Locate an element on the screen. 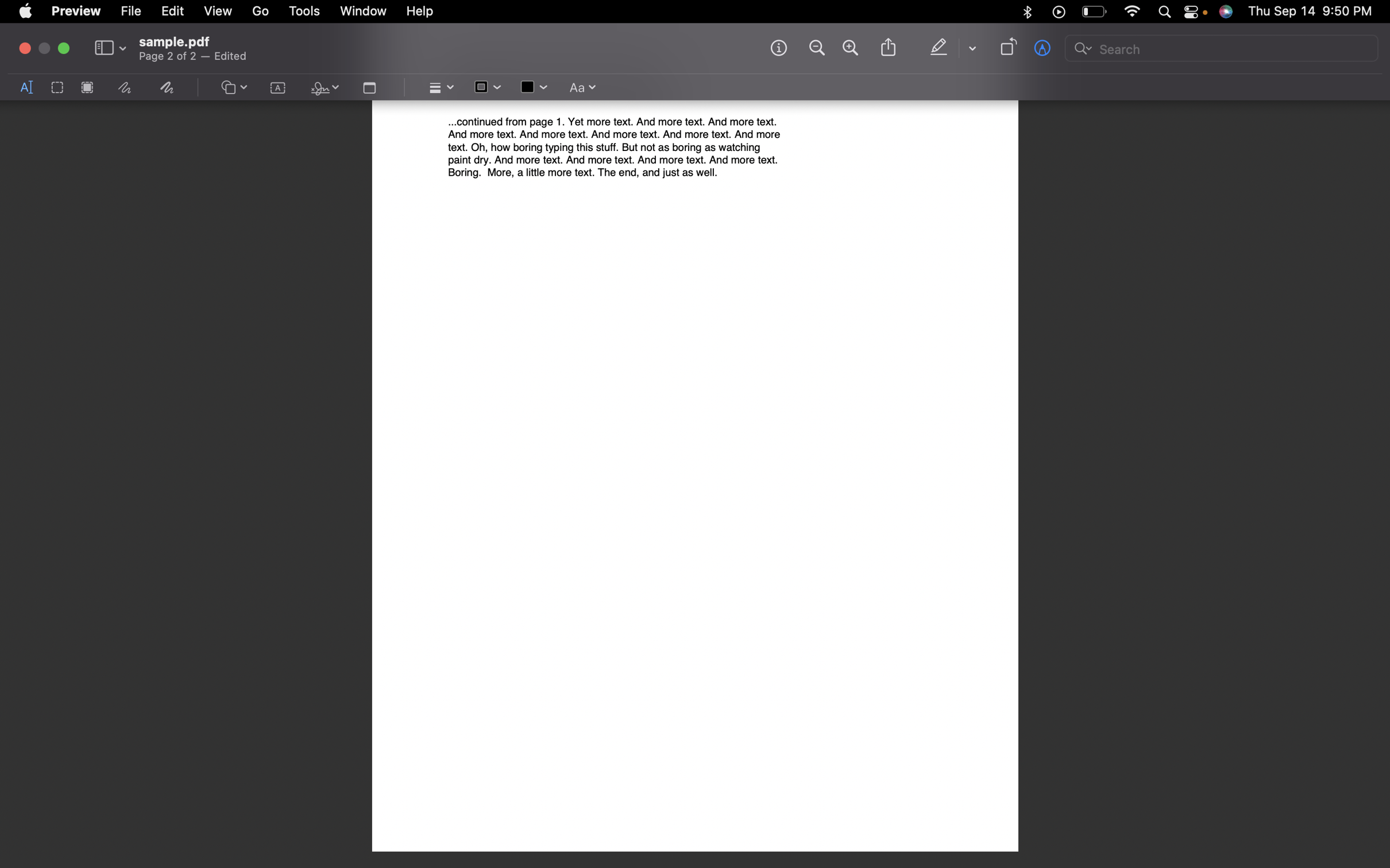  Execute the "redact" command via pyautogui click is located at coordinates (87, 88).